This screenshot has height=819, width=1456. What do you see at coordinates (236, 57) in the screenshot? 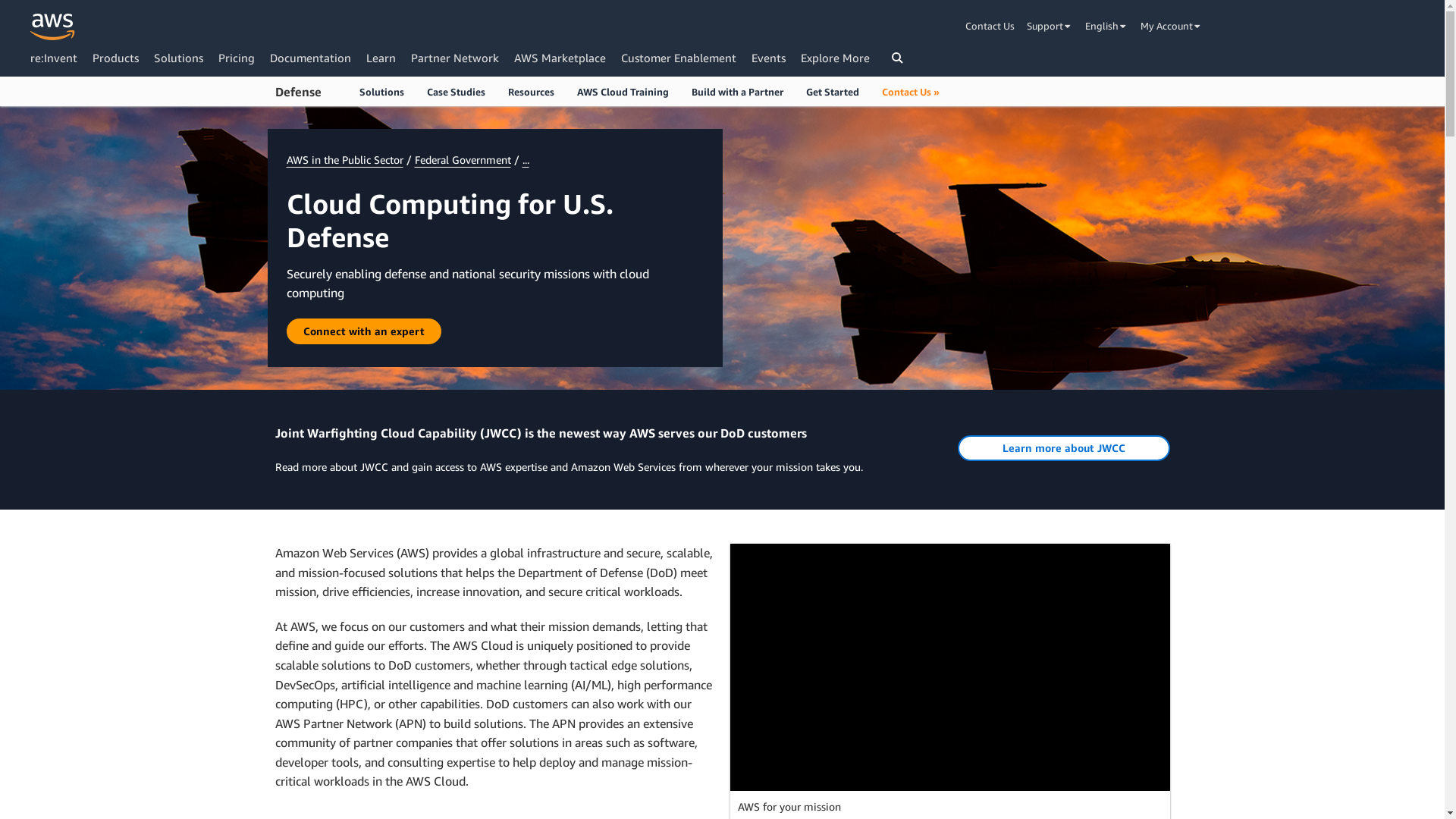
I see `'Pricing'` at bounding box center [236, 57].